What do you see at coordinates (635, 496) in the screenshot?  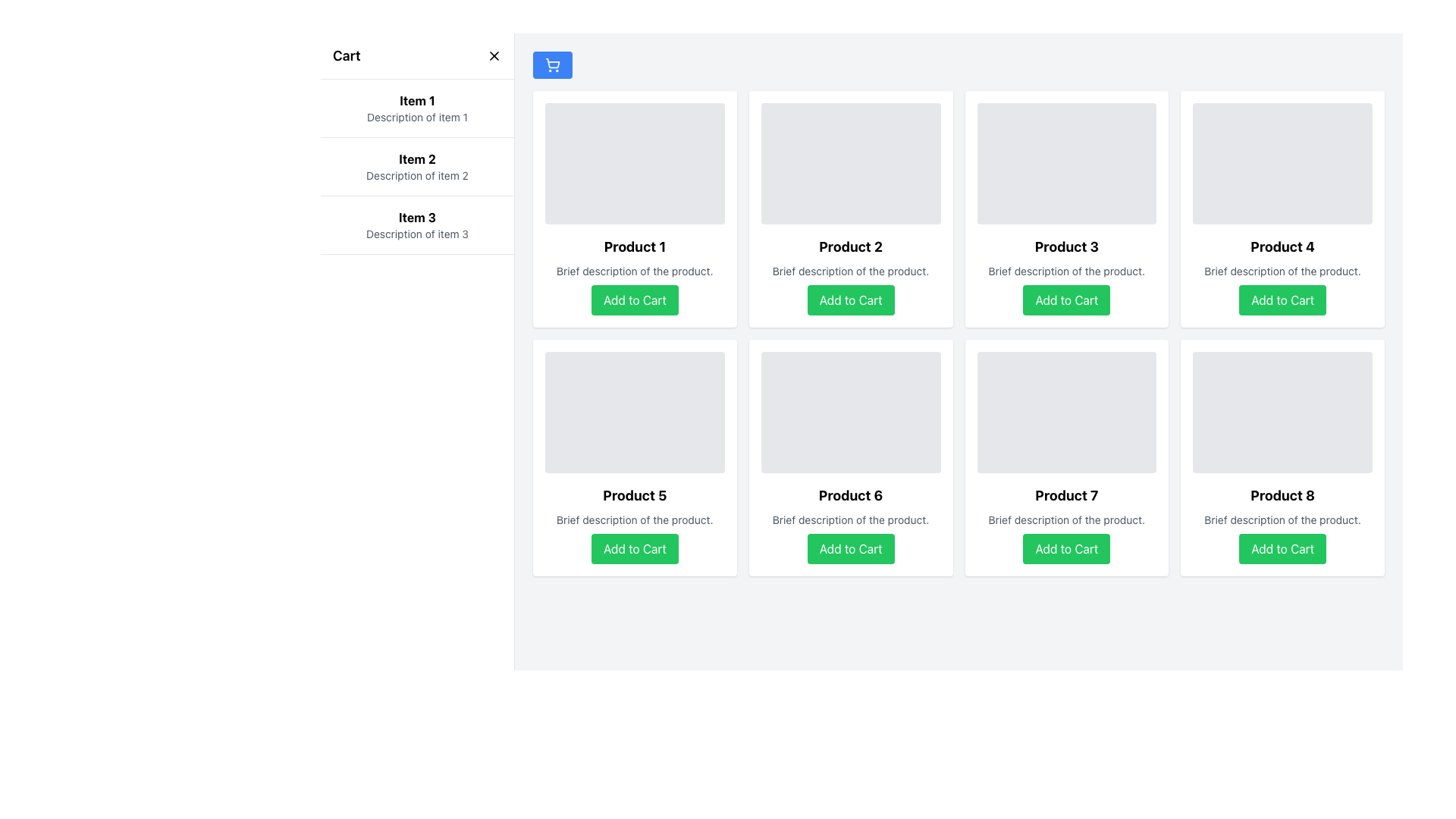 I see `text content of the Text Label that serves as the product title in the card layout located in the second row and first column of the grid` at bounding box center [635, 496].